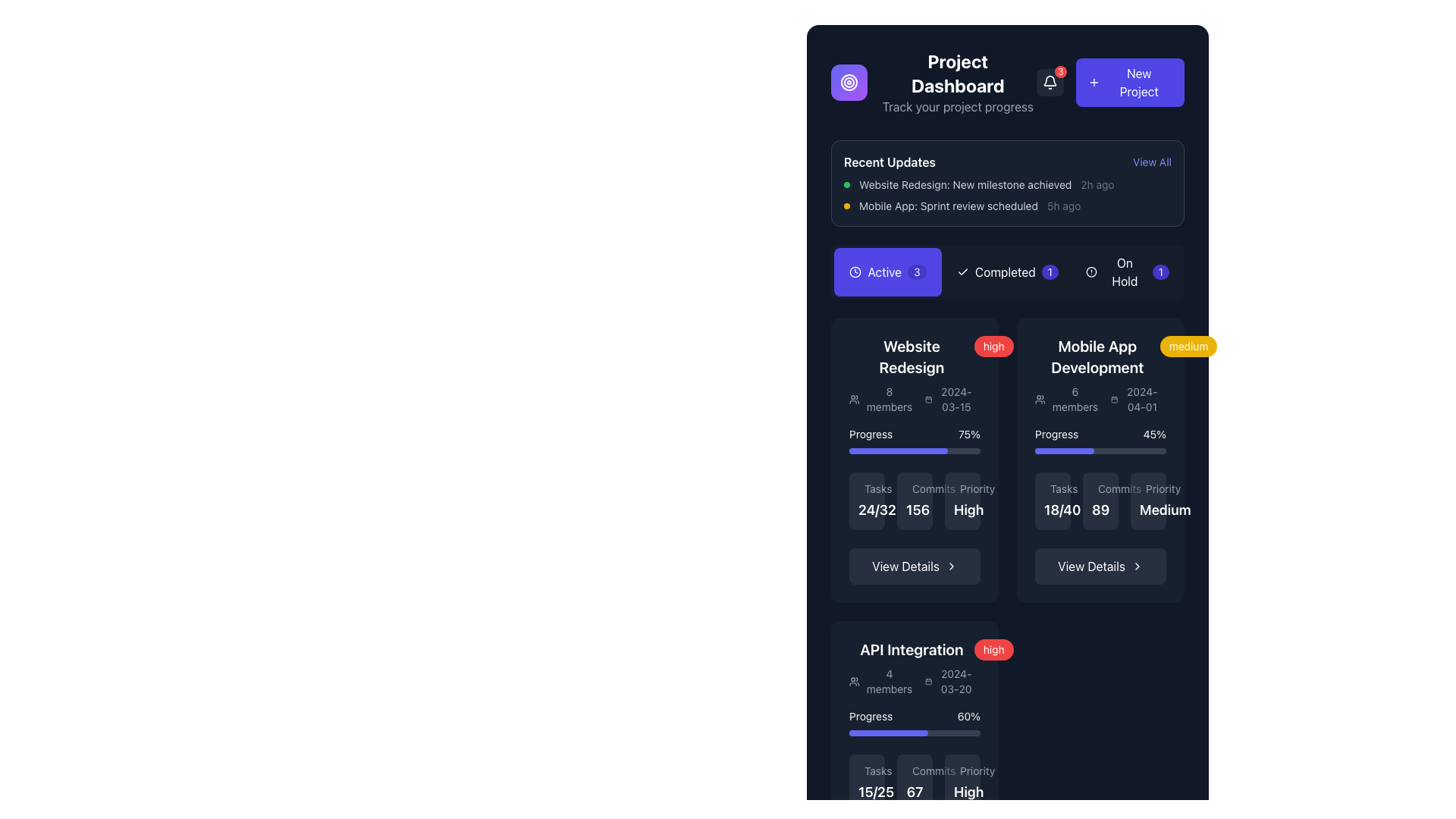 The image size is (1456, 819). I want to click on the 'API Integration' text label, so click(911, 648).